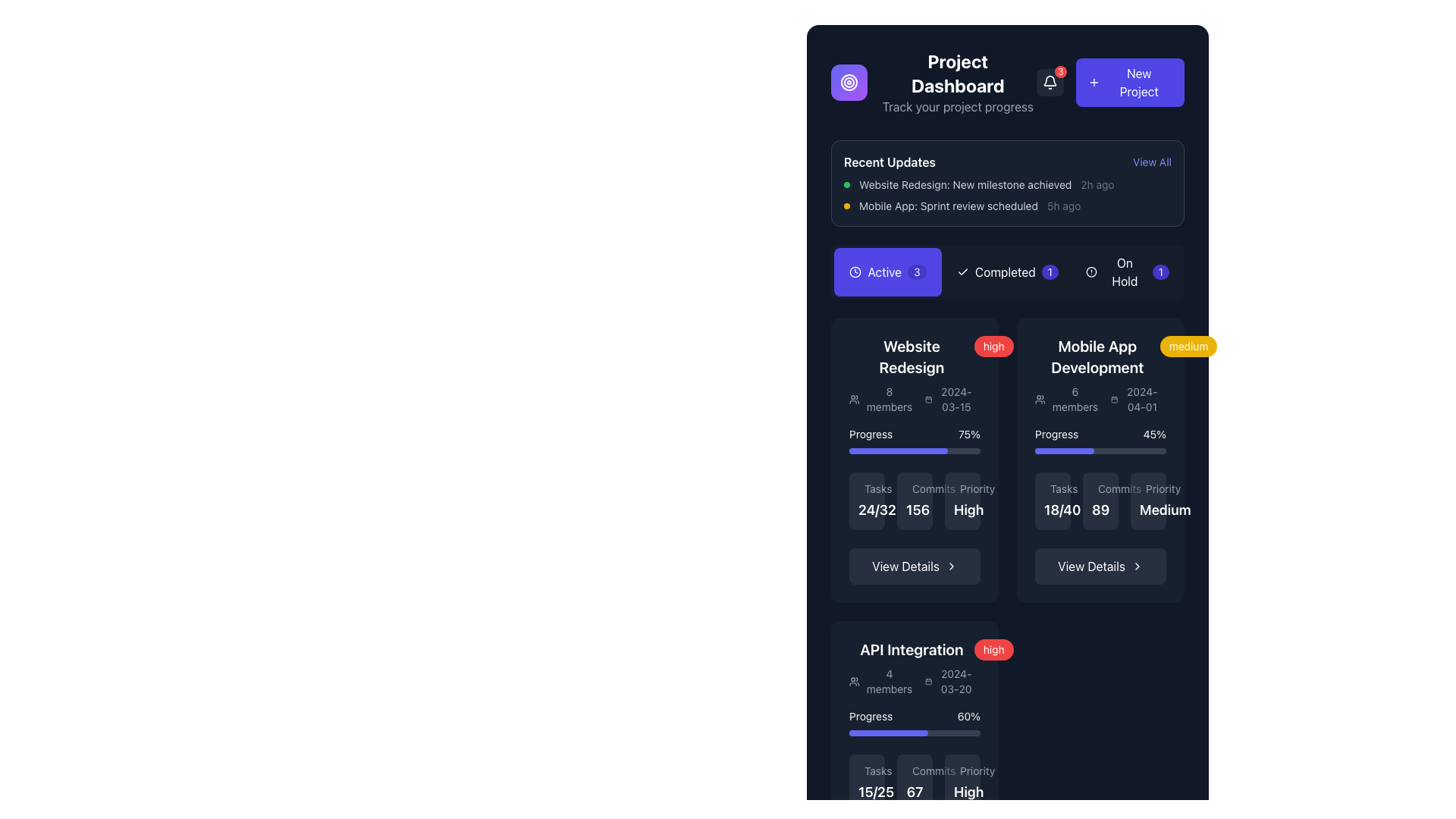 The image size is (1456, 819). I want to click on the 'API Integration' text label, so click(911, 648).